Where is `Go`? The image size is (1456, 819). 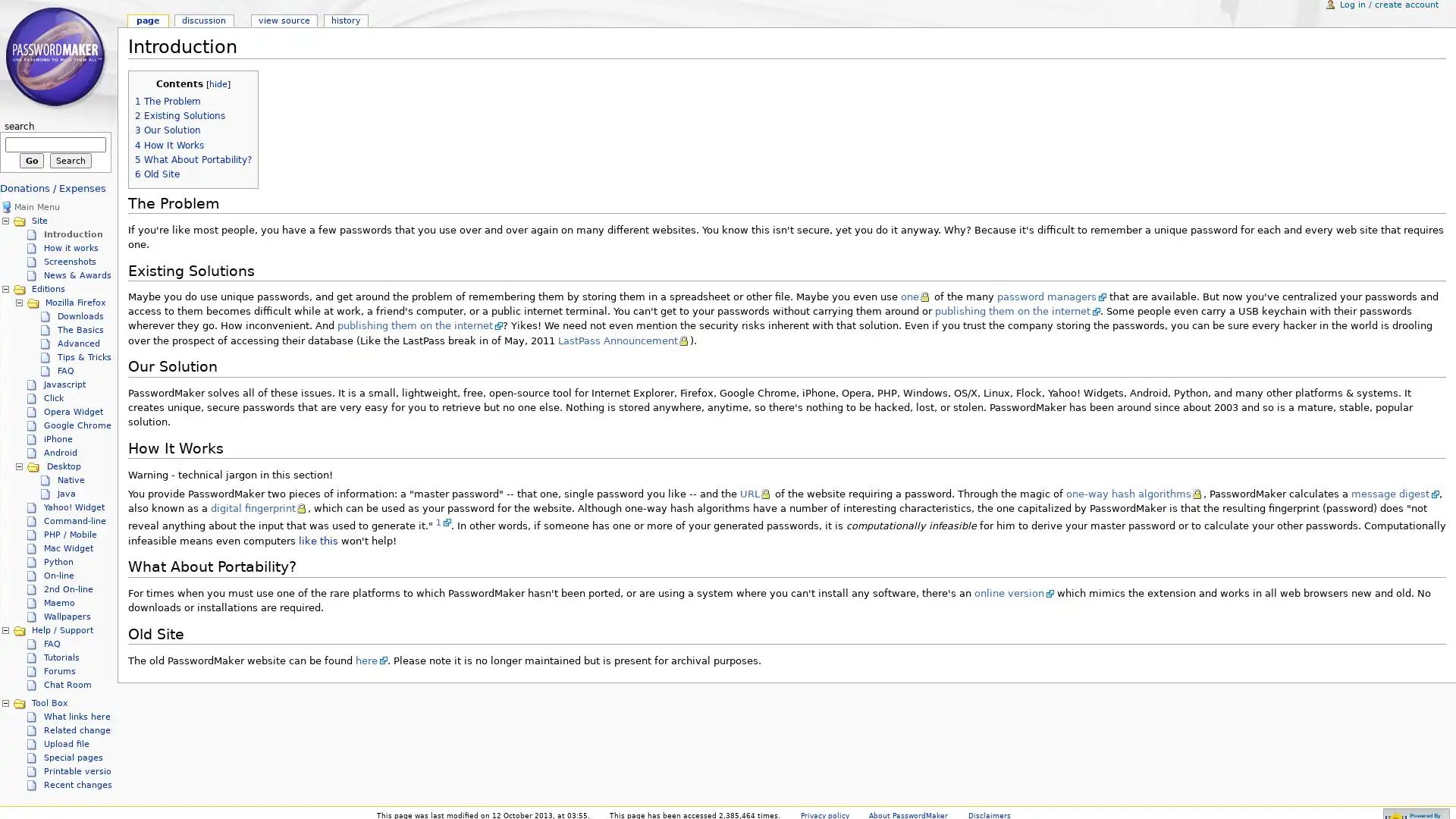 Go is located at coordinates (31, 161).